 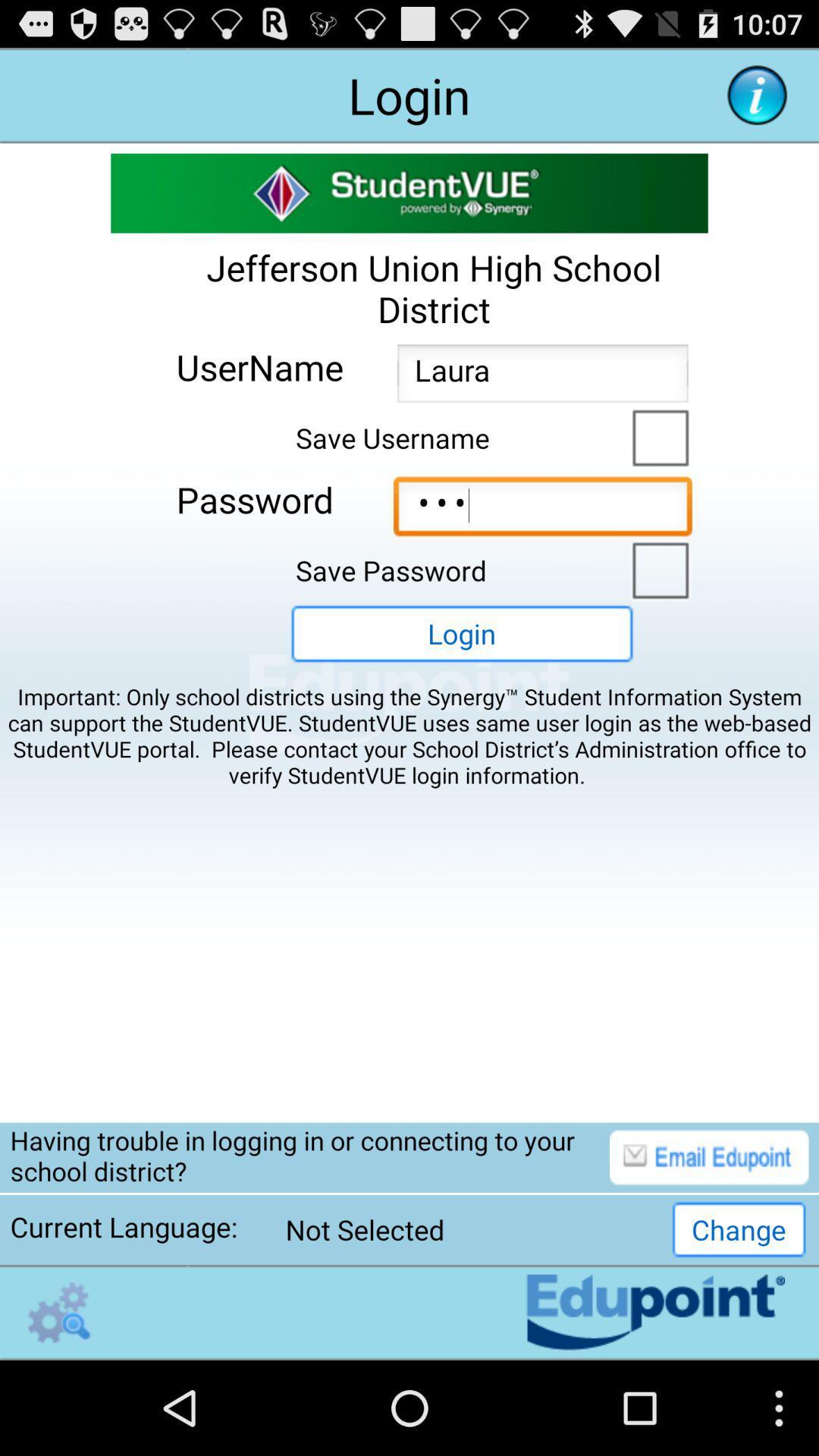 What do you see at coordinates (58, 1312) in the screenshot?
I see `settings` at bounding box center [58, 1312].